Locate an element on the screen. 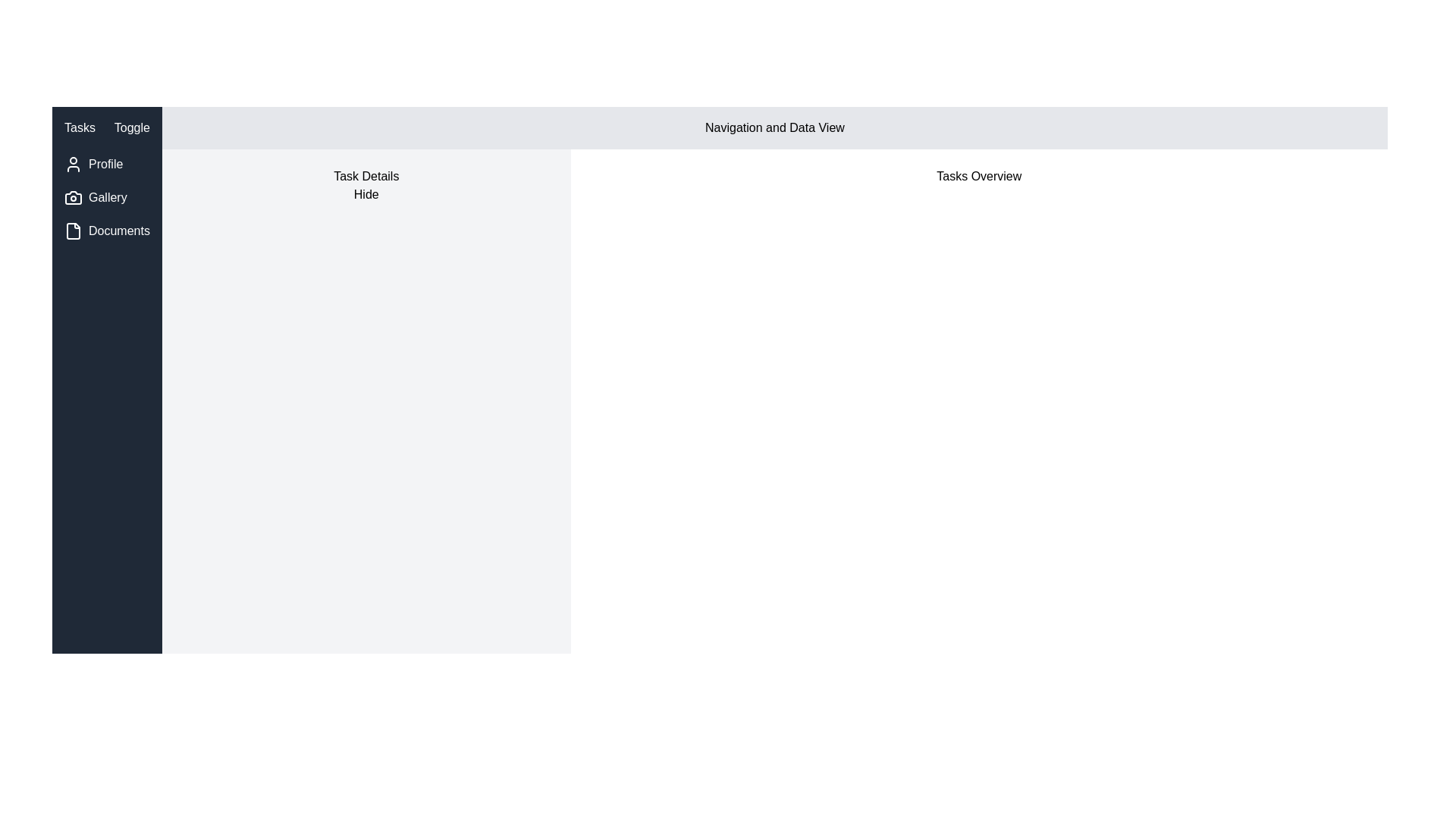 Image resolution: width=1456 pixels, height=819 pixels. the third item in the vertically stacked navigation menu is located at coordinates (106, 231).